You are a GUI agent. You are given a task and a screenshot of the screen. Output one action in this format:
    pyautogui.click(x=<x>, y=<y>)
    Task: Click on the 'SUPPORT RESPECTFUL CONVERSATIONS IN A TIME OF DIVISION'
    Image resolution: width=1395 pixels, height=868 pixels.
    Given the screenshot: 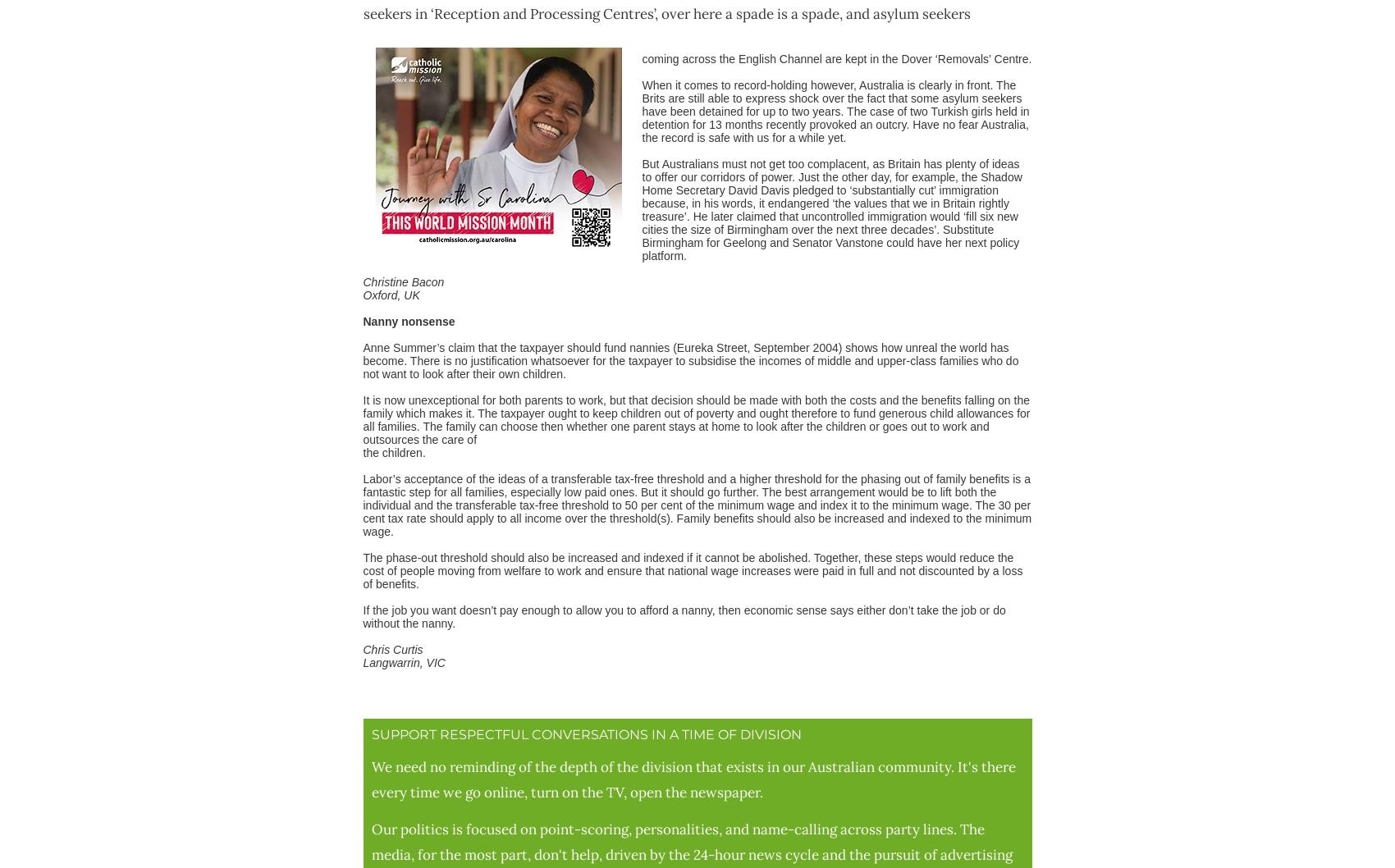 What is the action you would take?
    pyautogui.click(x=586, y=734)
    